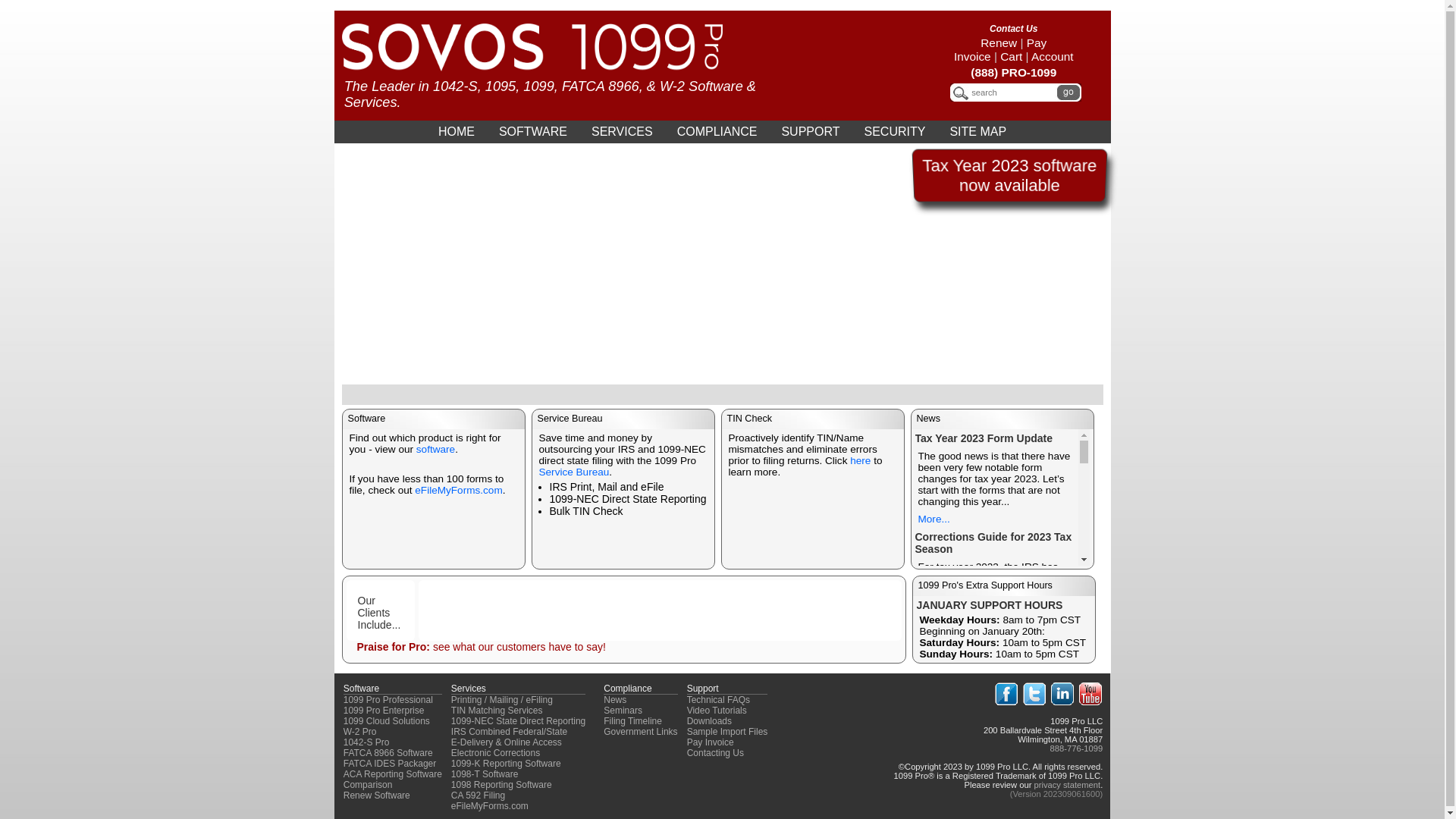 The image size is (1456, 819). Describe the element at coordinates (932, 606) in the screenshot. I see `'More...'` at that location.